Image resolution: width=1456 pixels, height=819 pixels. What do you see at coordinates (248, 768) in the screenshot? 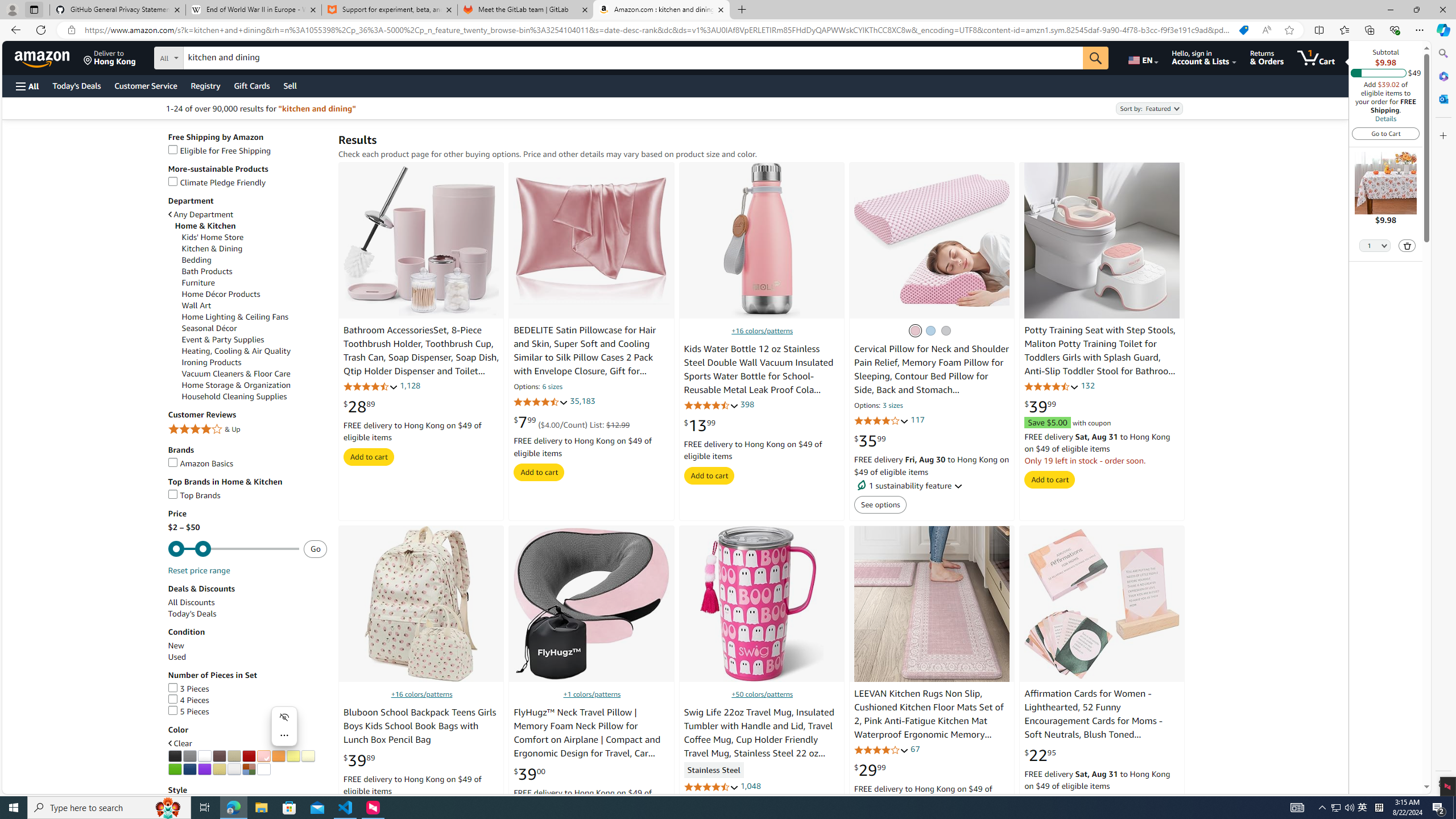
I see `'Multi'` at bounding box center [248, 768].